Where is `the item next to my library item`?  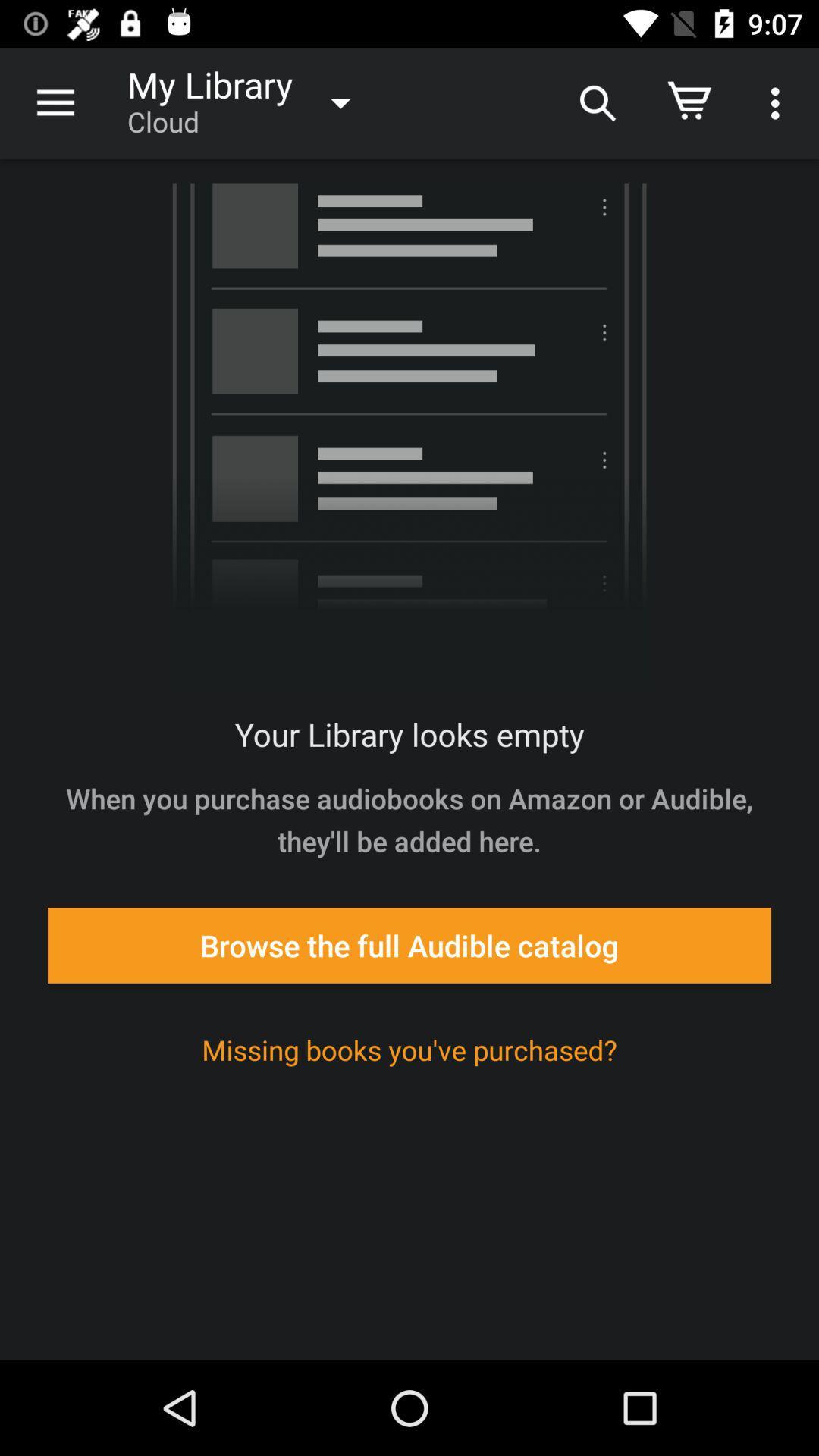
the item next to my library item is located at coordinates (55, 102).